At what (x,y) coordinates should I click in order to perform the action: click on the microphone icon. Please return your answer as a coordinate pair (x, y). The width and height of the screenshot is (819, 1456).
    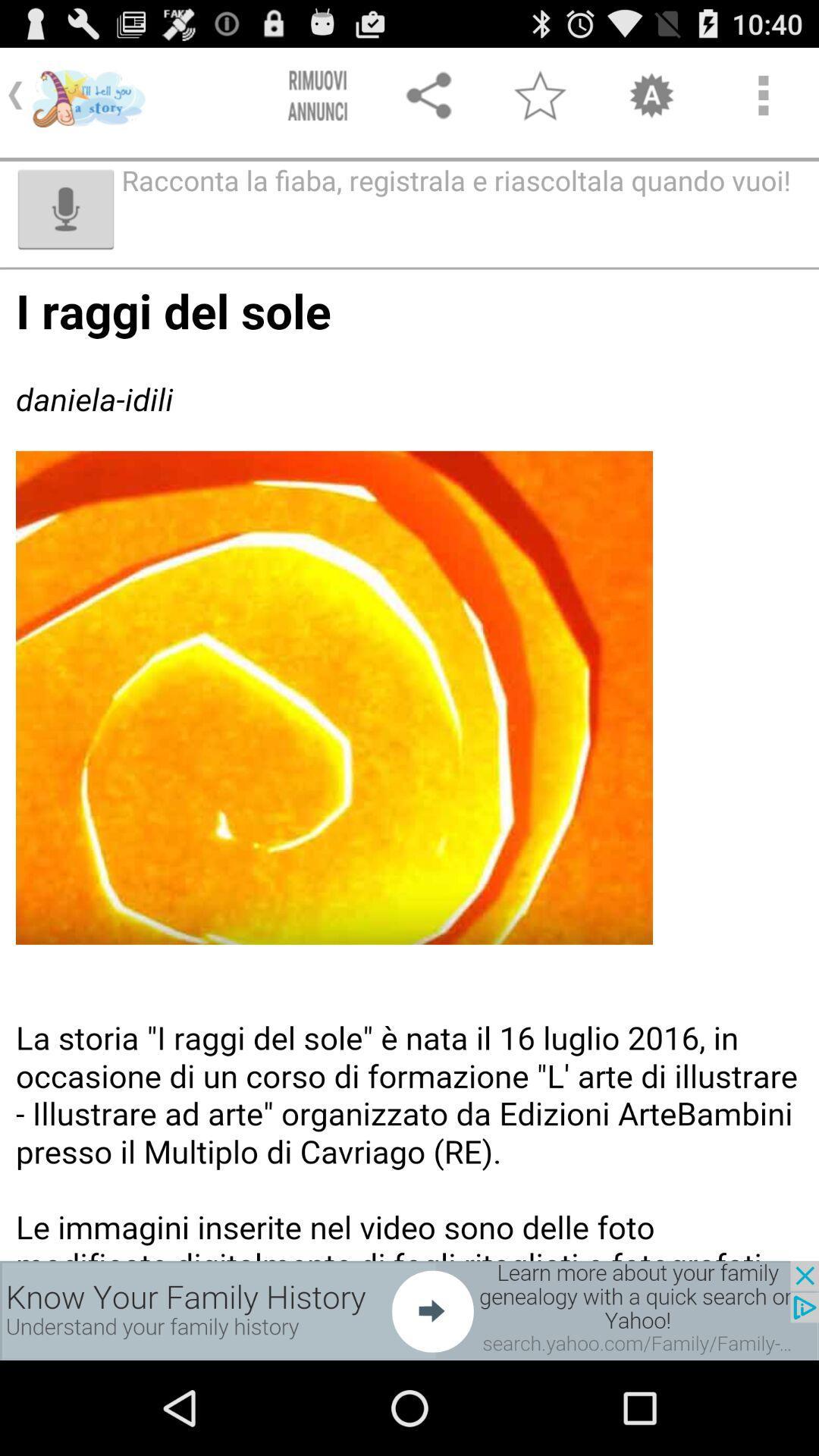
    Looking at the image, I should click on (65, 223).